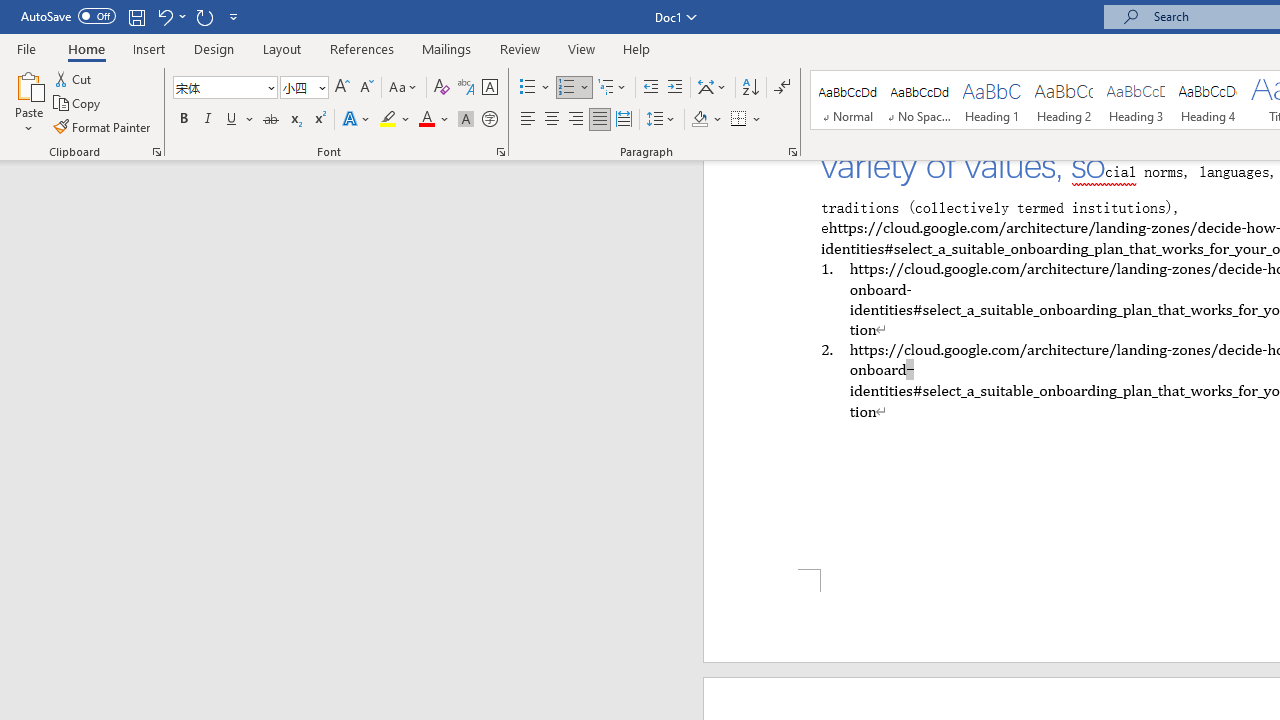 This screenshot has width=1280, height=720. What do you see at coordinates (388, 119) in the screenshot?
I see `'Text Highlight Color Yellow'` at bounding box center [388, 119].